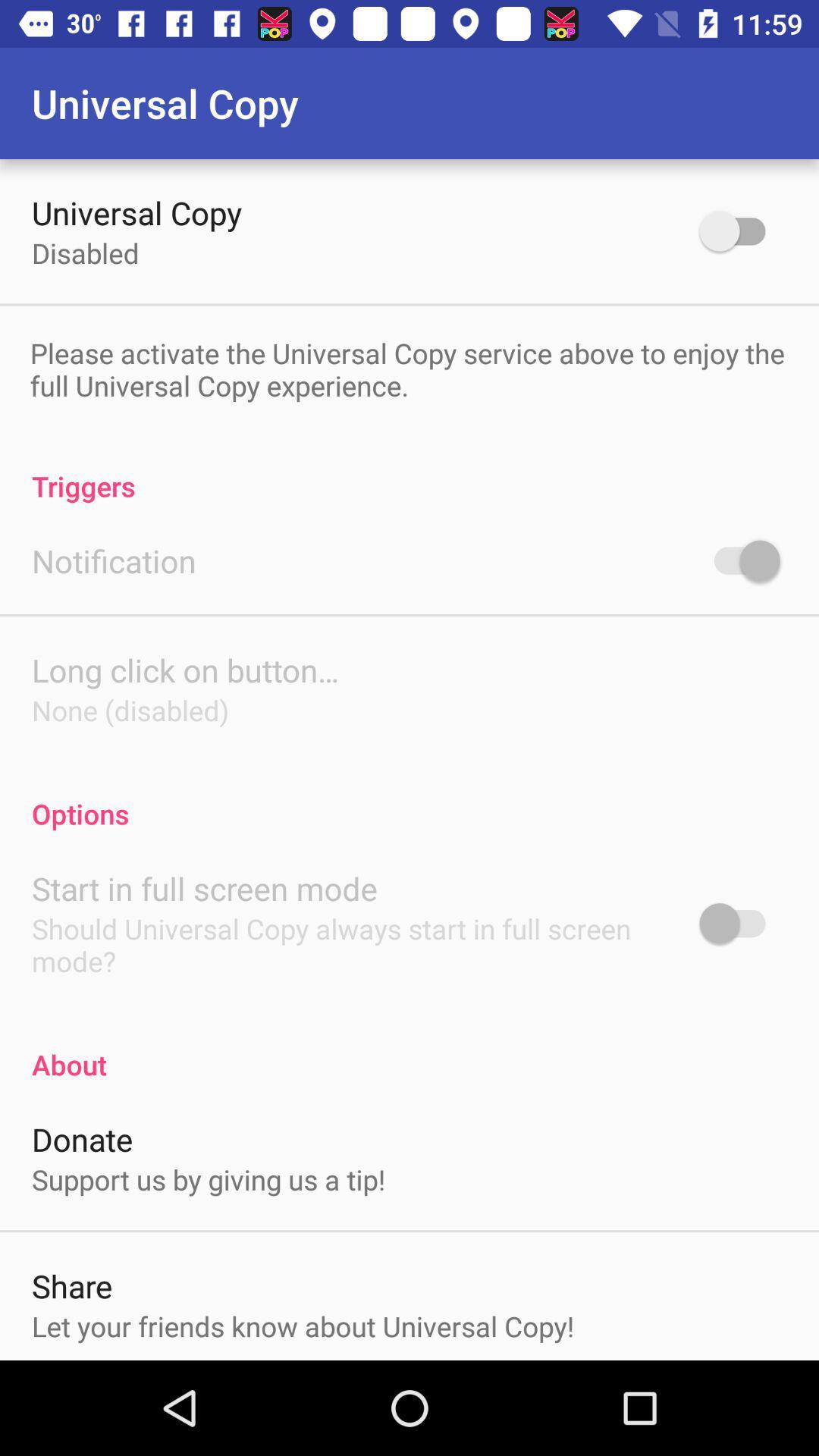 The image size is (819, 1456). What do you see at coordinates (739, 230) in the screenshot?
I see `activate universal copy` at bounding box center [739, 230].